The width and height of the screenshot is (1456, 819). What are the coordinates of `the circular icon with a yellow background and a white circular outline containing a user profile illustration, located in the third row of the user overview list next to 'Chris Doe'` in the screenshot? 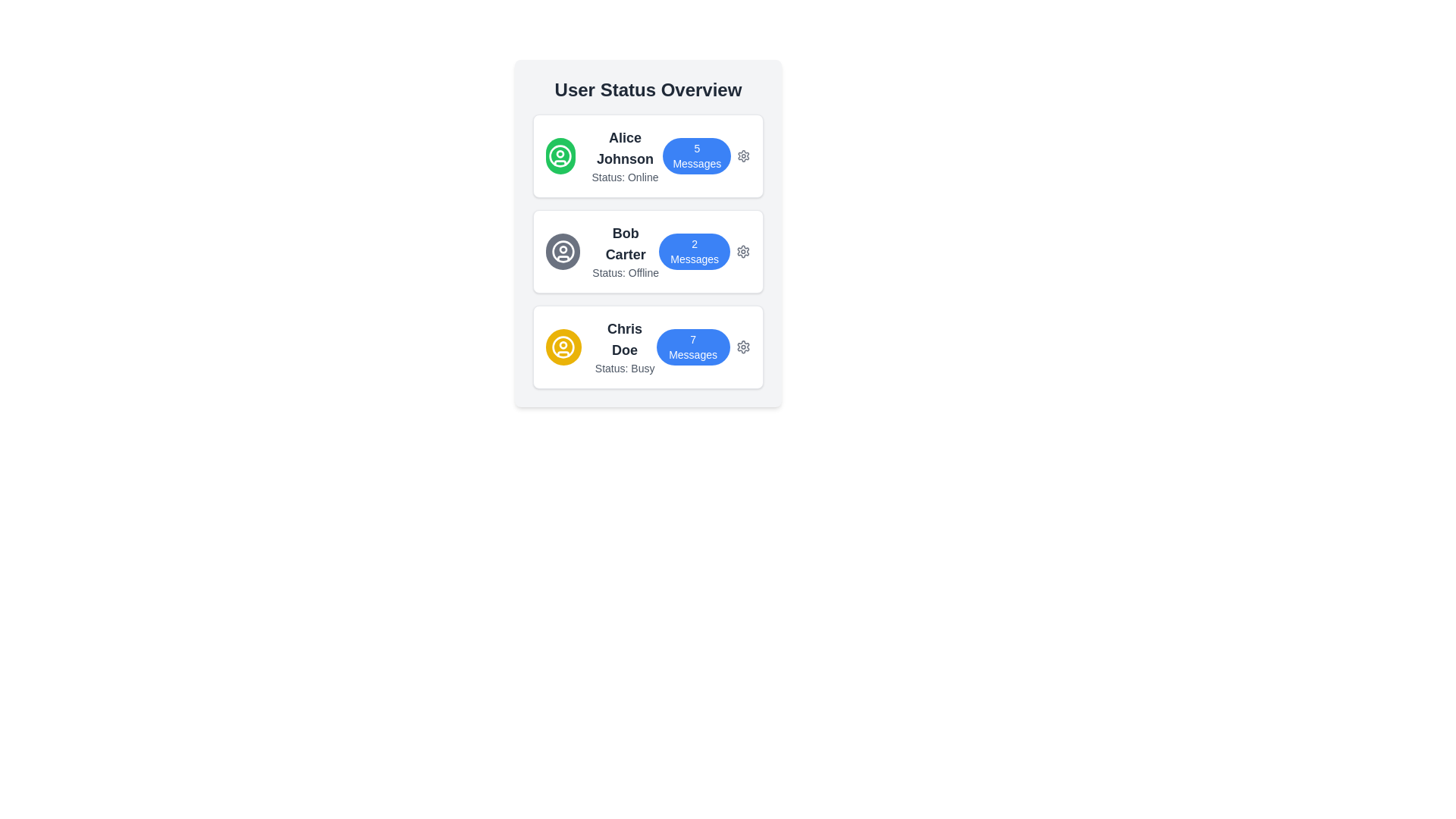 It's located at (563, 347).